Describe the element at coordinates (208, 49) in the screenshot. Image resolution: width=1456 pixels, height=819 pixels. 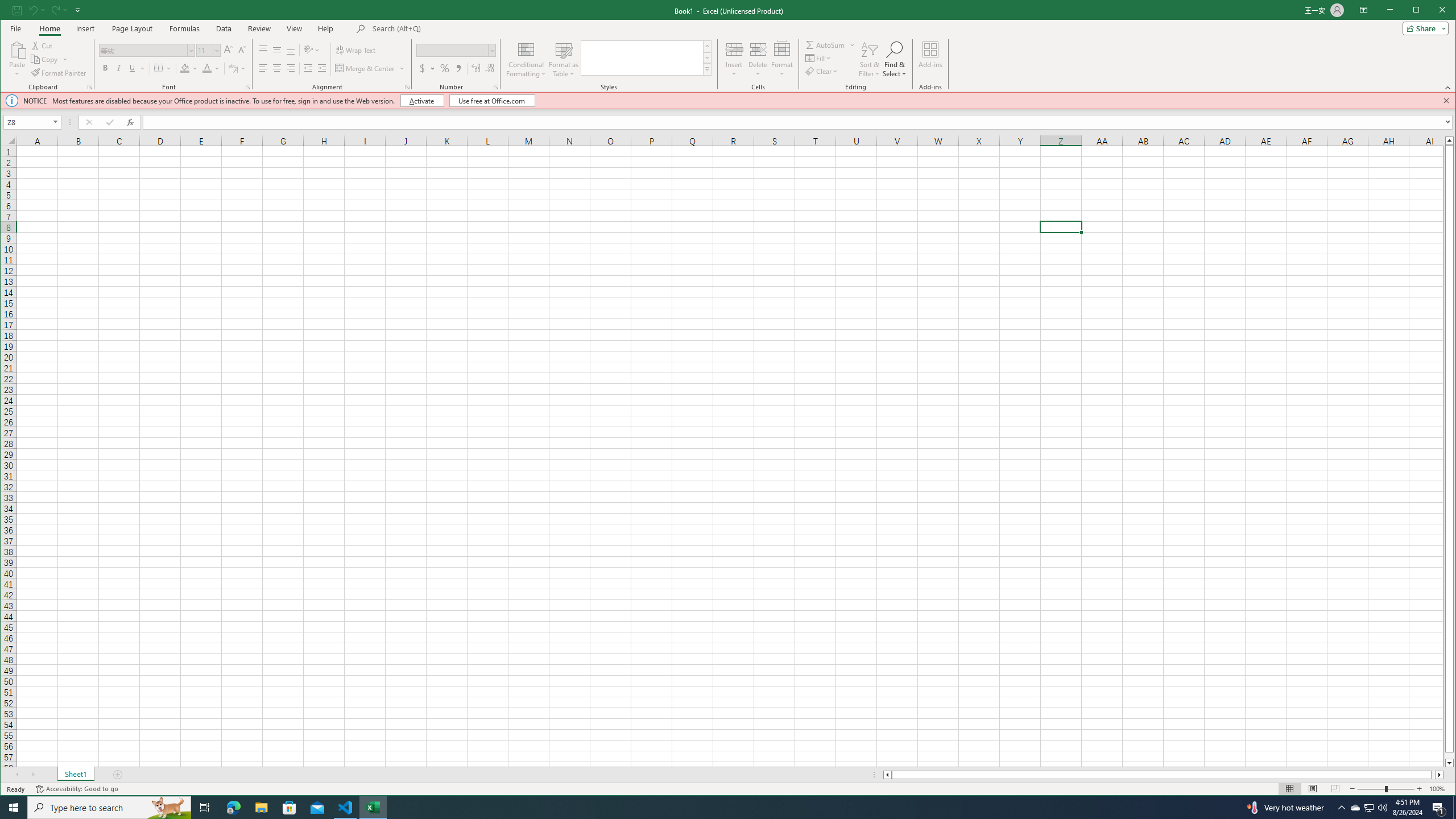
I see `'Font Size'` at that location.